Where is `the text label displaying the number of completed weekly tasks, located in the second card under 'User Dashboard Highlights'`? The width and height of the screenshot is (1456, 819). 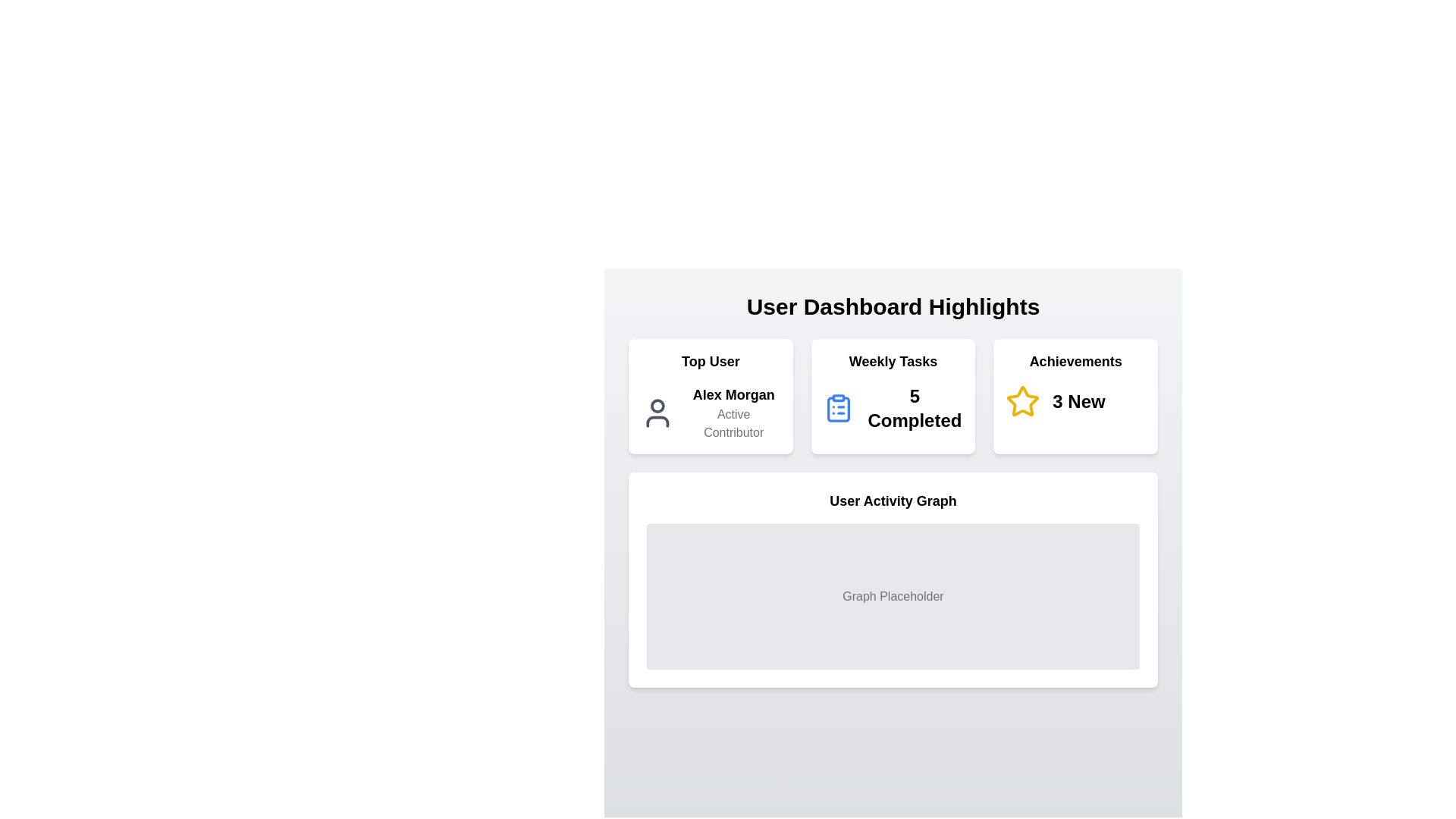
the text label displaying the number of completed weekly tasks, located in the second card under 'User Dashboard Highlights' is located at coordinates (914, 408).